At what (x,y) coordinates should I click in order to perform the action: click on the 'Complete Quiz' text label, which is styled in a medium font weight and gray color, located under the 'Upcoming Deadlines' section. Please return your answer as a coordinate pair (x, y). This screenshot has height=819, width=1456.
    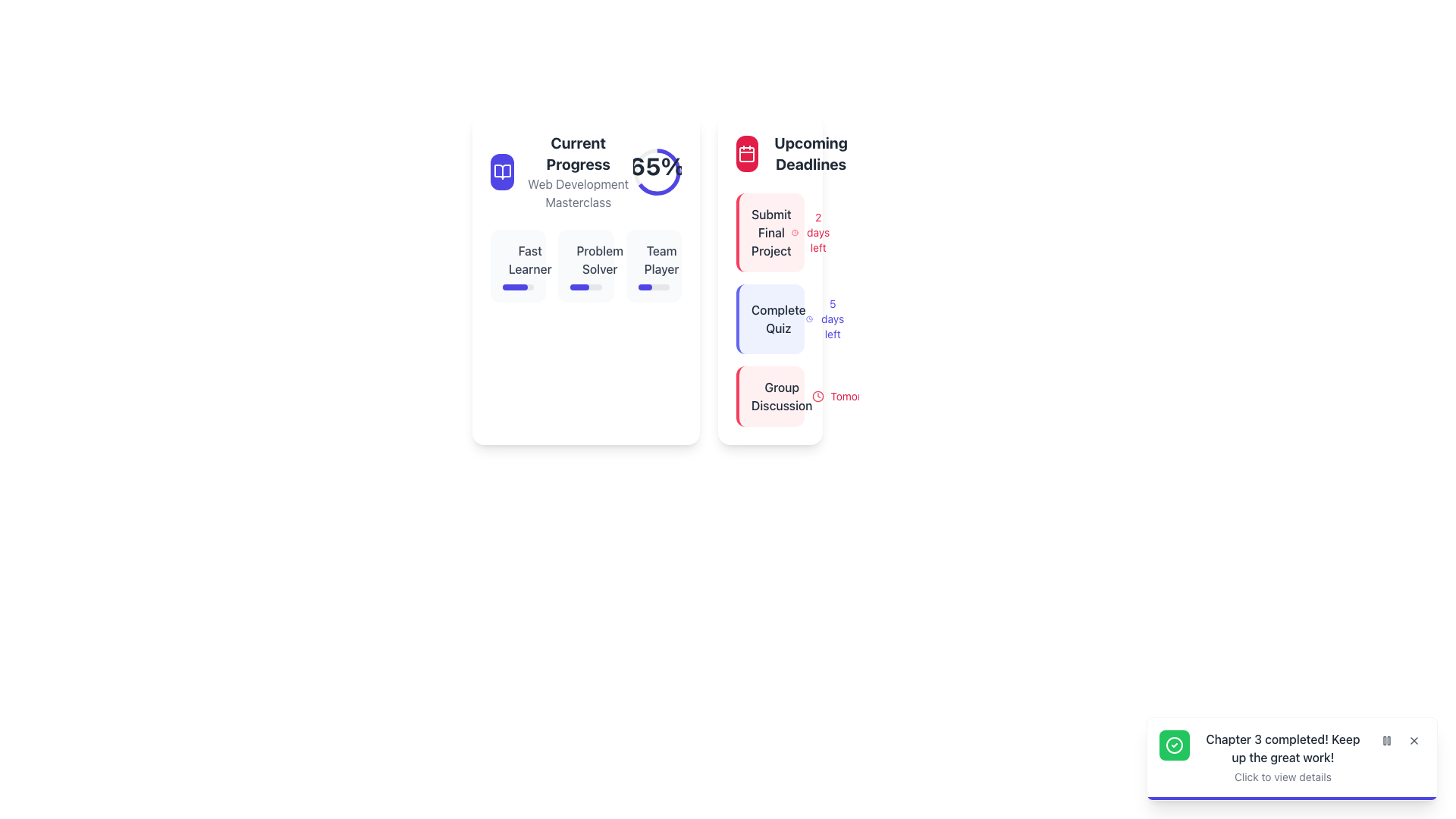
    Looking at the image, I should click on (778, 318).